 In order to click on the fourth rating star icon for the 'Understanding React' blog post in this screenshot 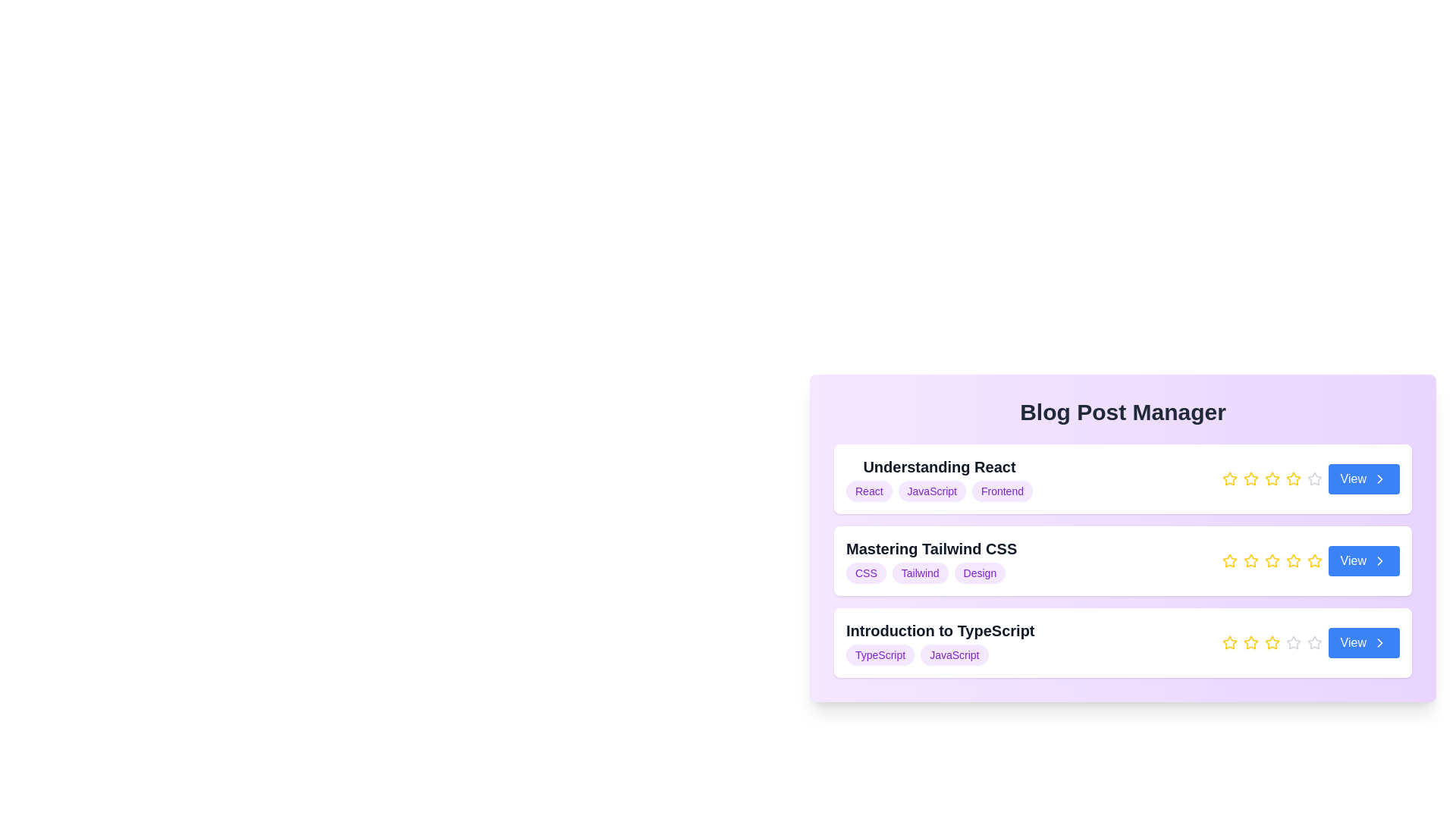, I will do `click(1272, 479)`.